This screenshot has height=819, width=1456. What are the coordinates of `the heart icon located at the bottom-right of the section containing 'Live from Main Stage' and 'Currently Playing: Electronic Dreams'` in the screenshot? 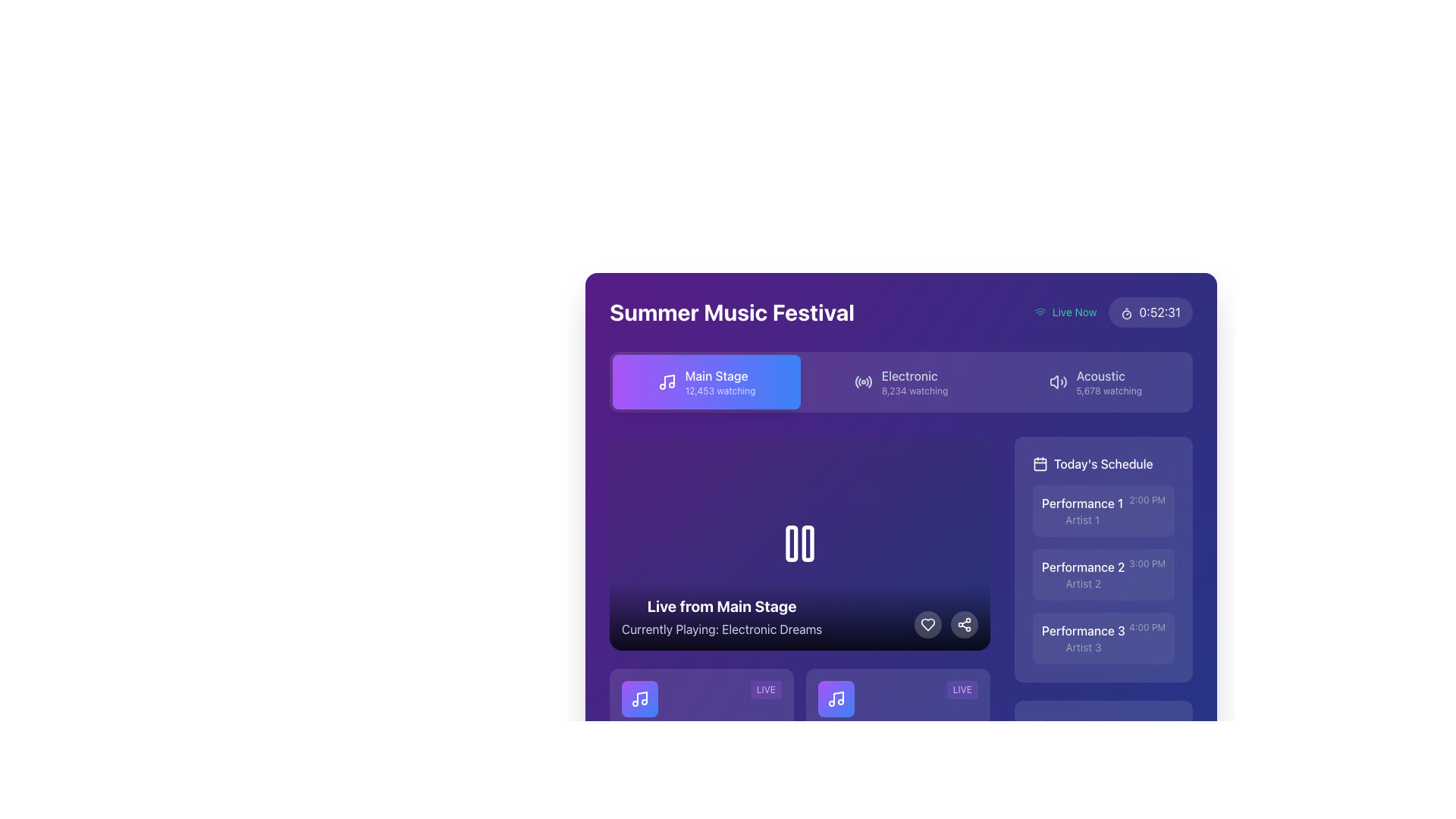 It's located at (927, 625).